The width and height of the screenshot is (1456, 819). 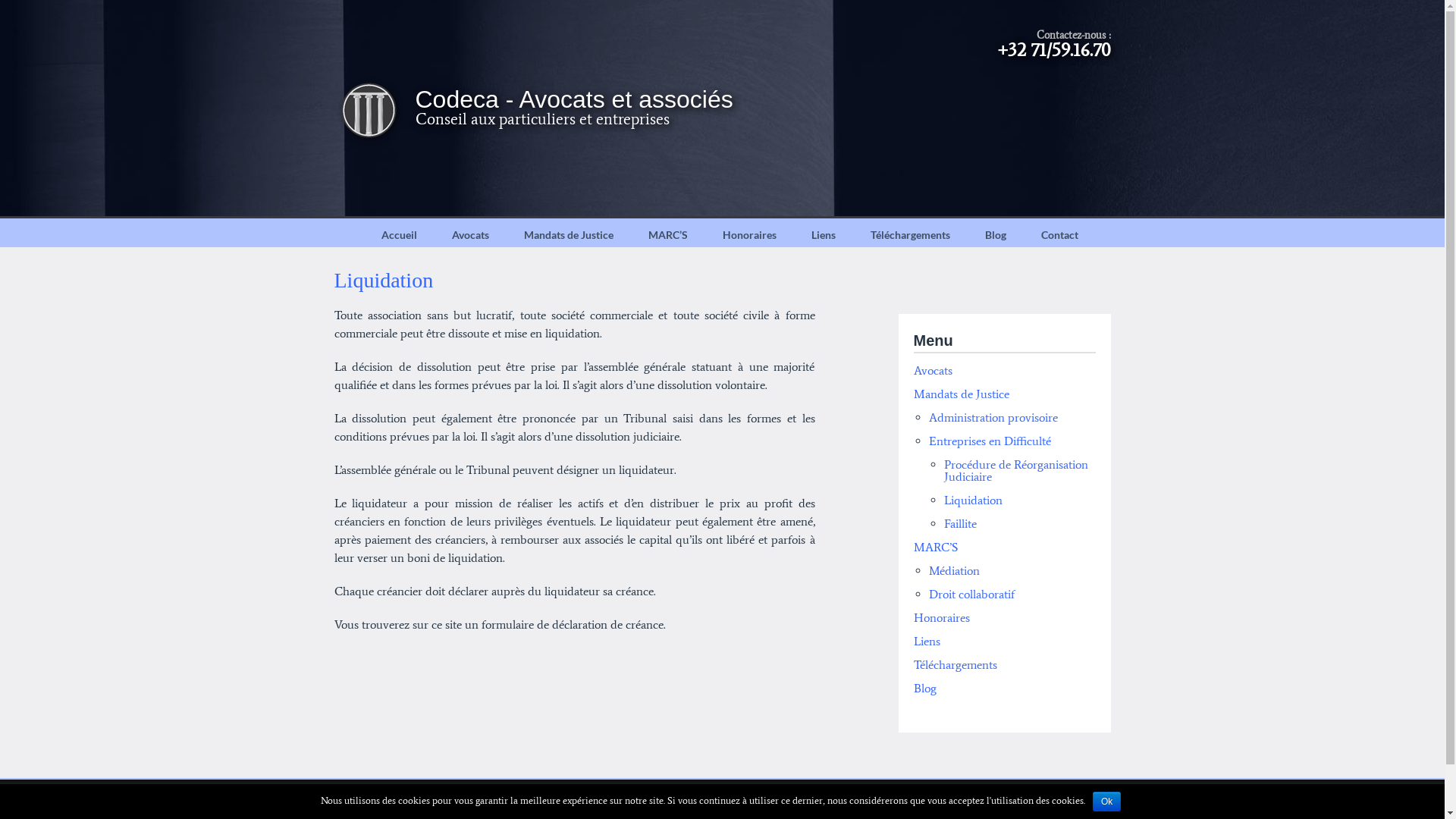 I want to click on 'Administration provisoire', so click(x=993, y=417).